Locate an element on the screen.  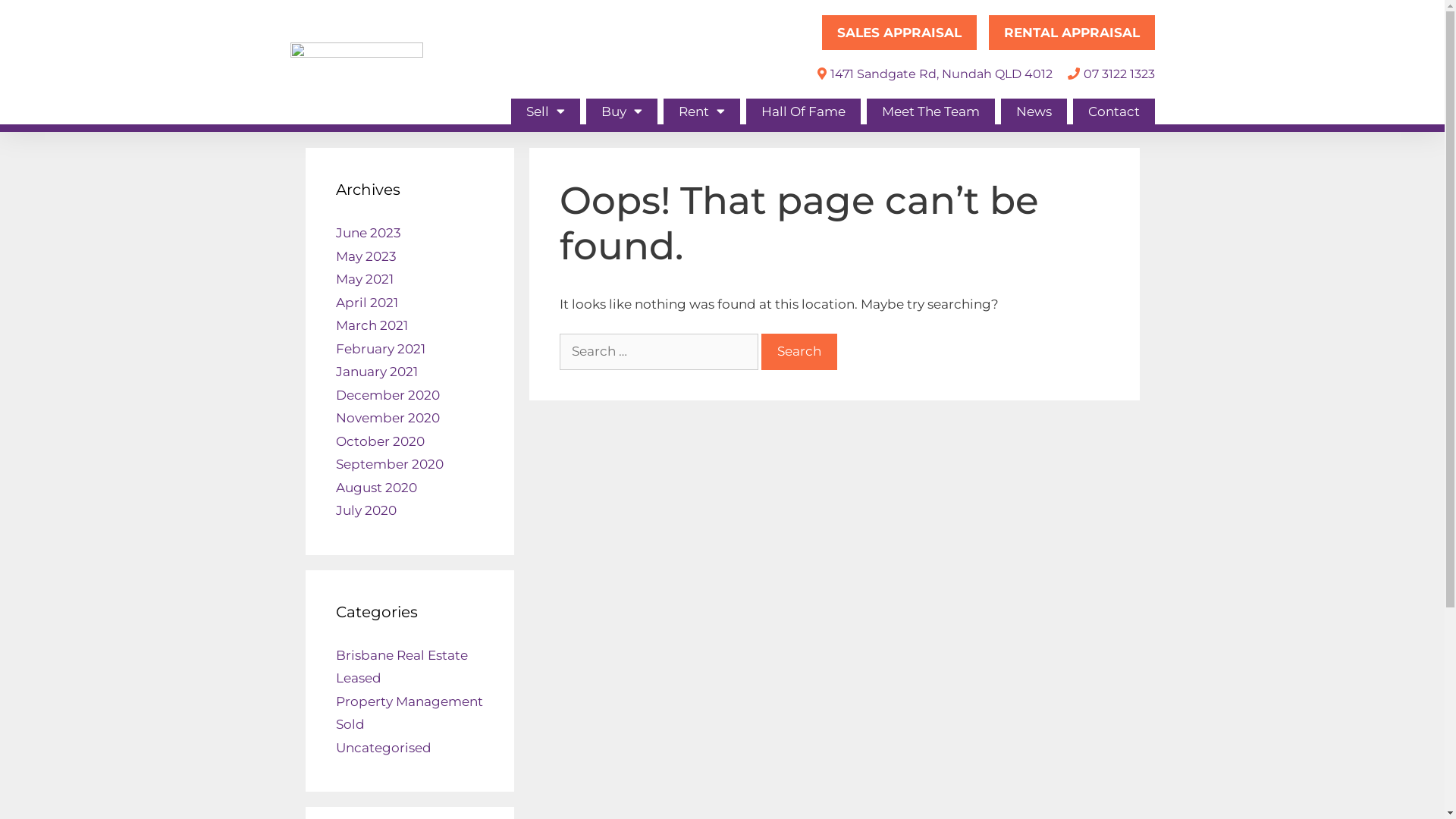
'November 2020' is located at coordinates (334, 418).